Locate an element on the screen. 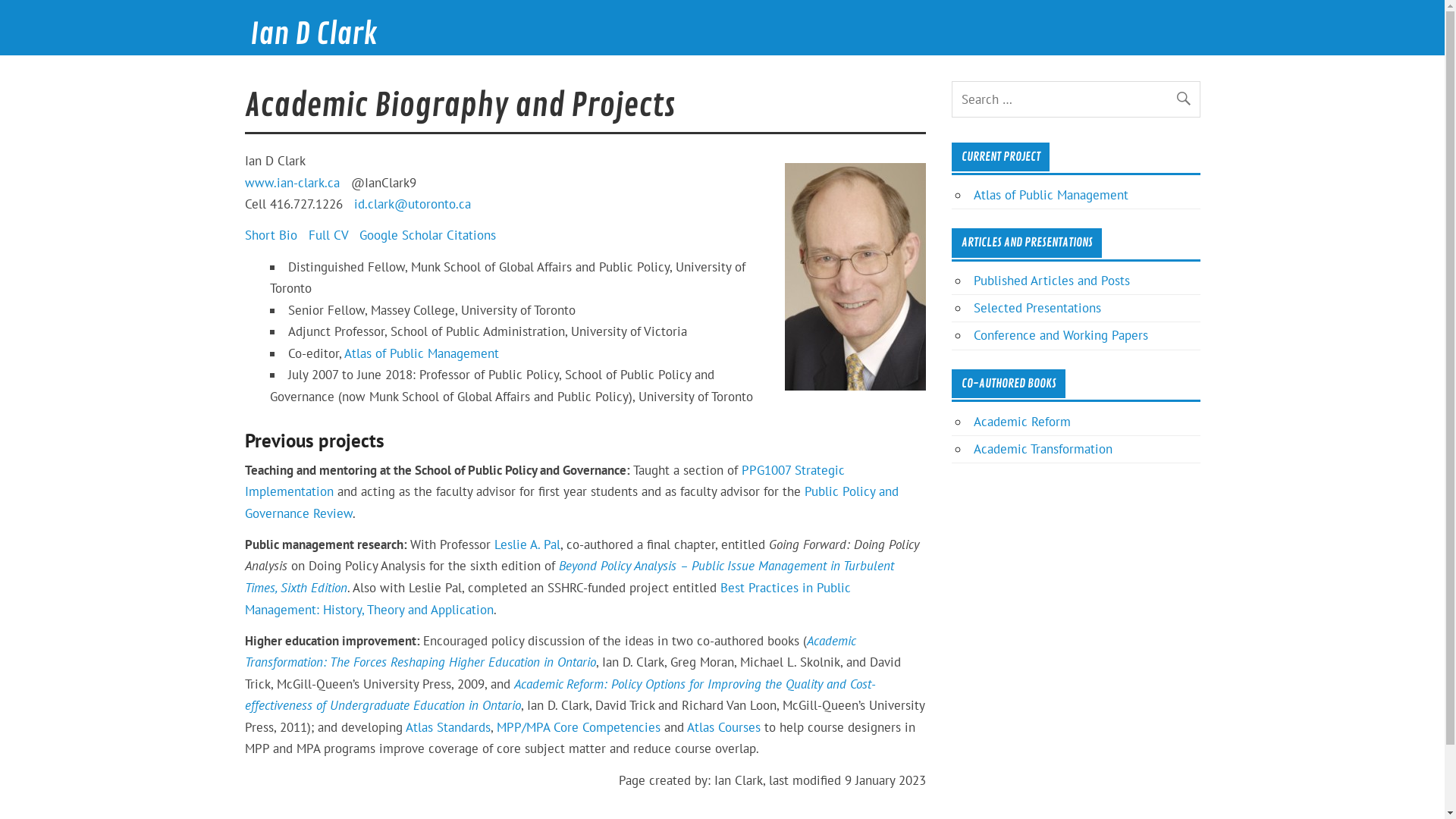  'id.clark@utoronto.ca' is located at coordinates (352, 203).